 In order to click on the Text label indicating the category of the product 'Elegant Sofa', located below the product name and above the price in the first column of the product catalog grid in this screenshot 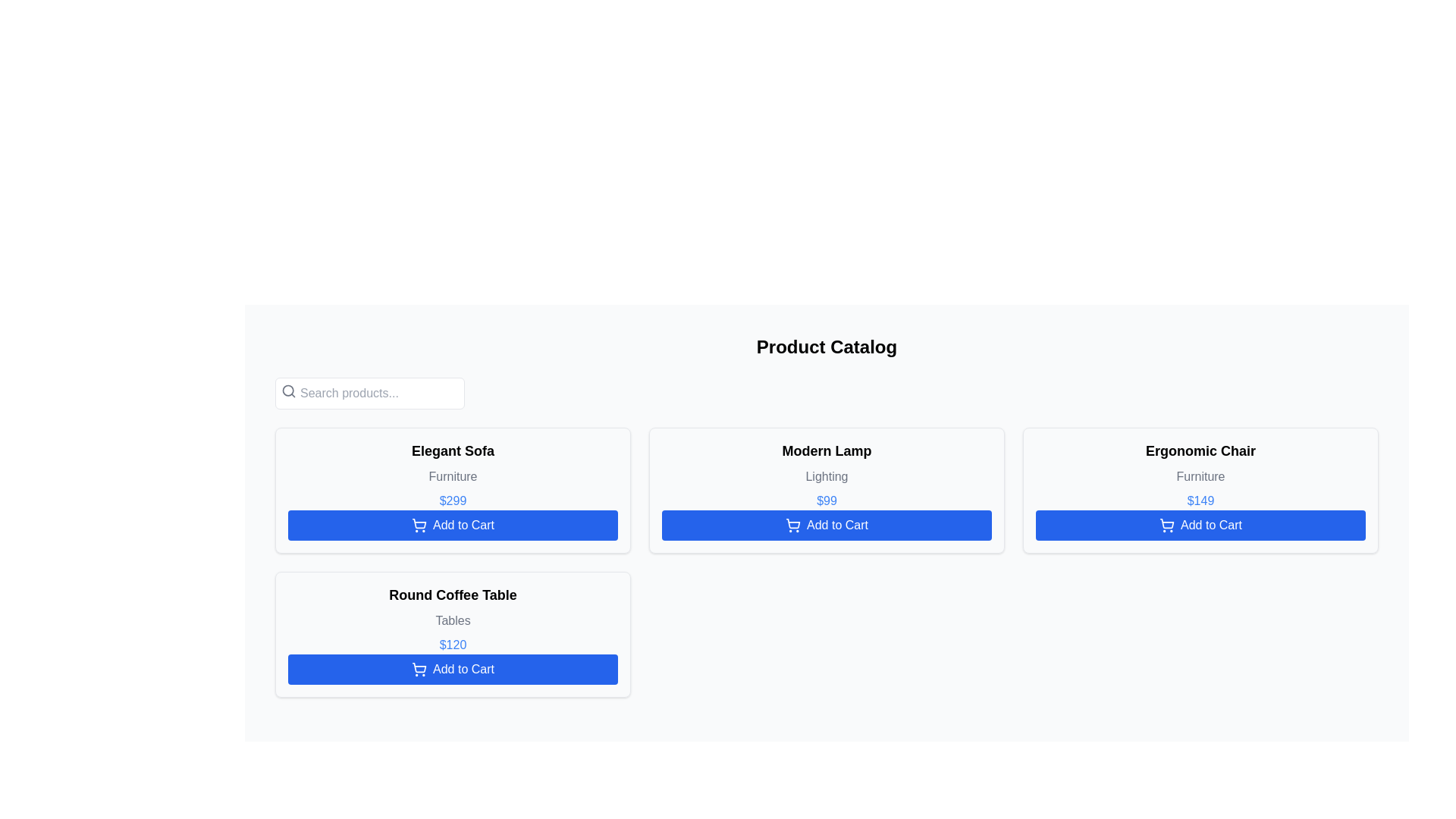, I will do `click(452, 475)`.